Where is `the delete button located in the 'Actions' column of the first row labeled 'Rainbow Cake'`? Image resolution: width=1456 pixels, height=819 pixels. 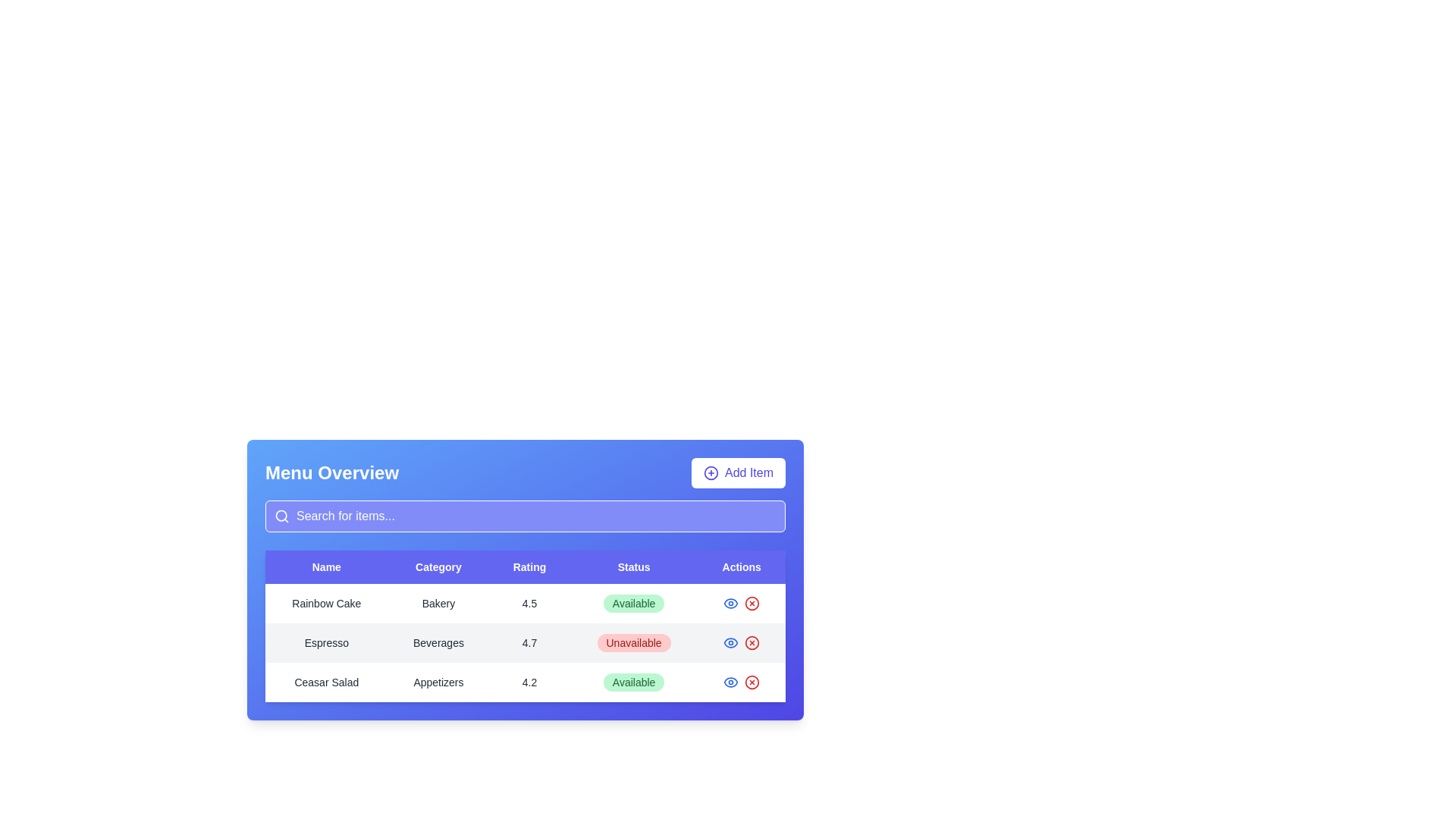
the delete button located in the 'Actions' column of the first row labeled 'Rainbow Cake' is located at coordinates (752, 602).